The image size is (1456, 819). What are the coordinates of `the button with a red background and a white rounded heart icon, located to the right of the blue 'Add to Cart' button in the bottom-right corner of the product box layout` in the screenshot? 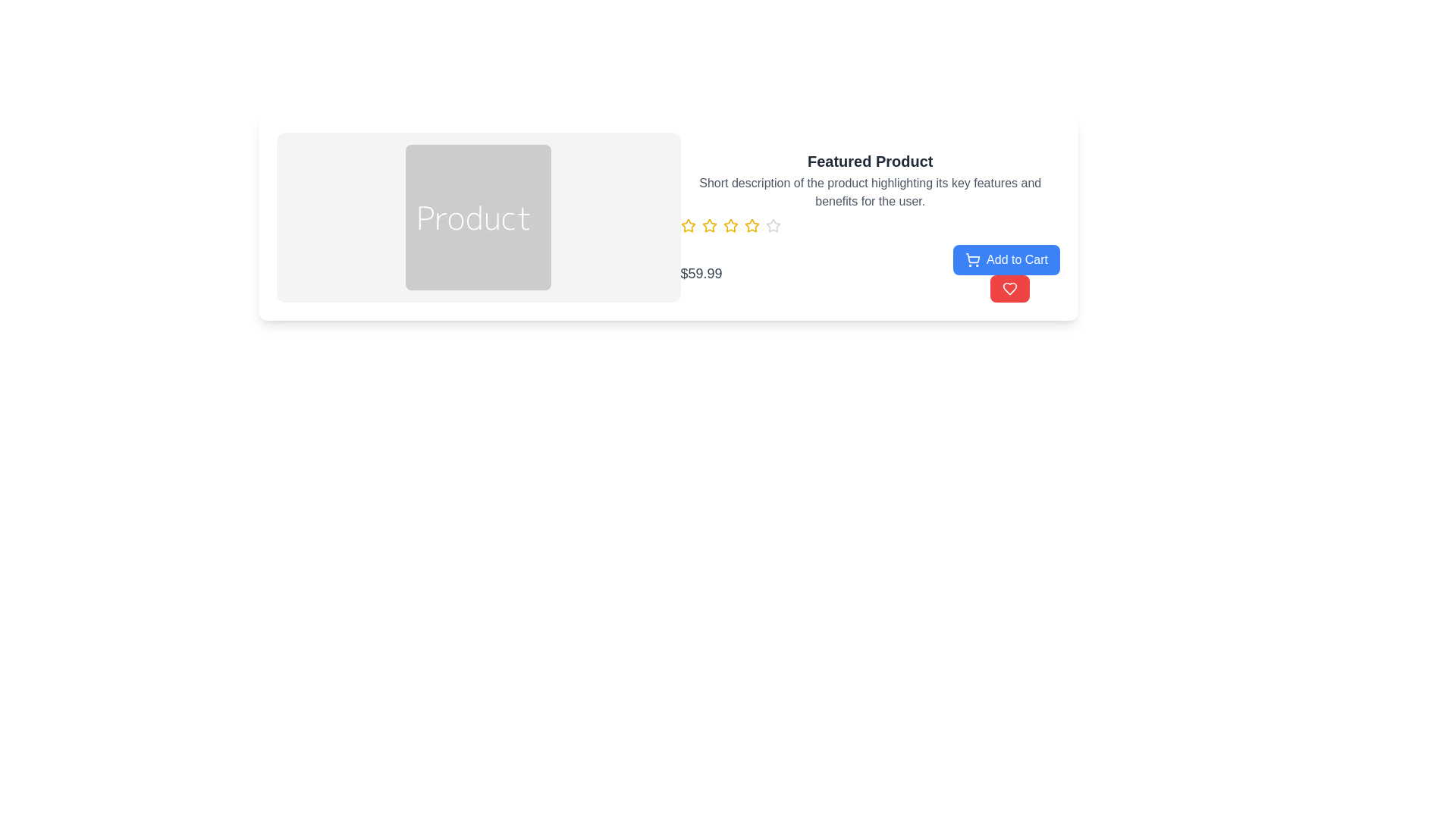 It's located at (1009, 289).